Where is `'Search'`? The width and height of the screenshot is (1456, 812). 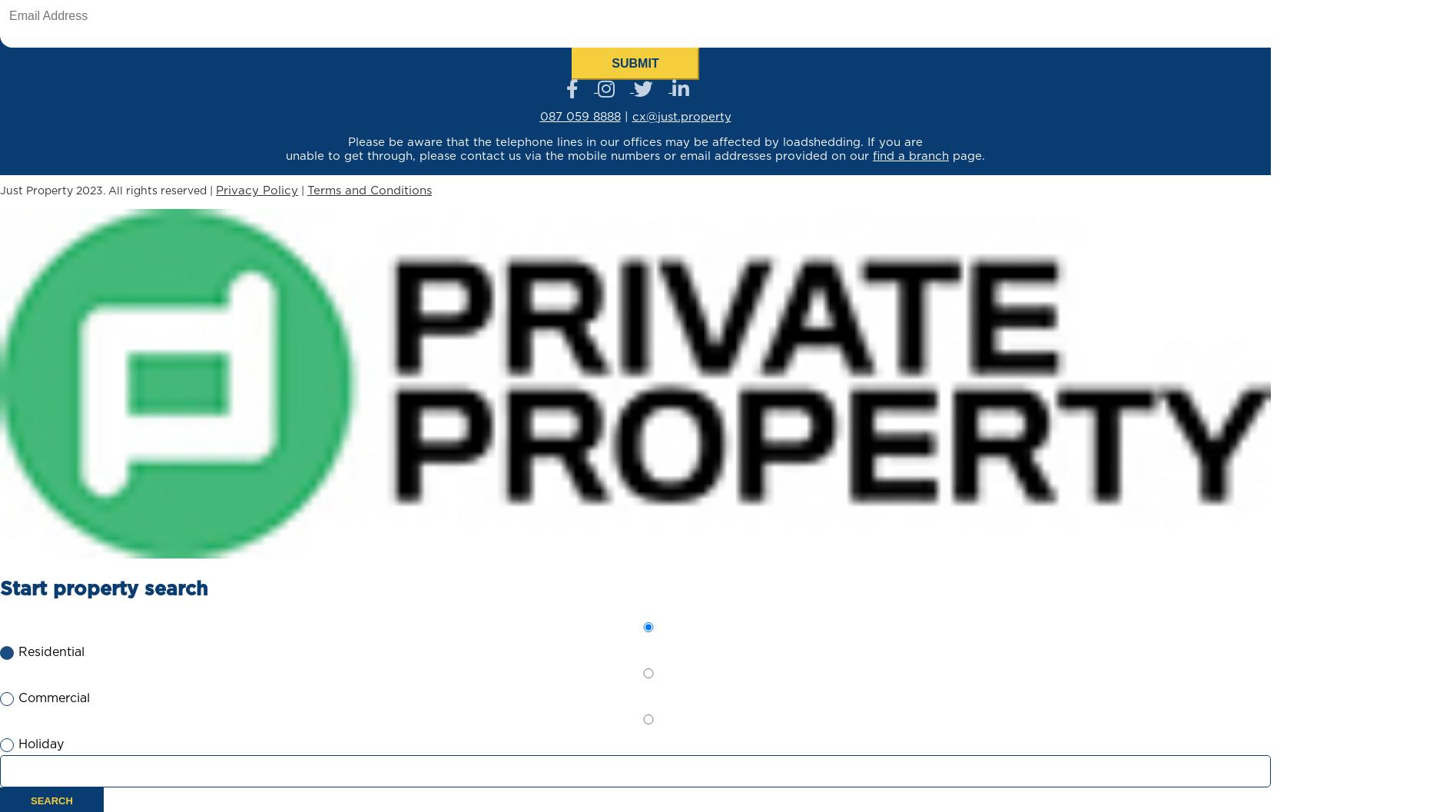 'Search' is located at coordinates (51, 800).